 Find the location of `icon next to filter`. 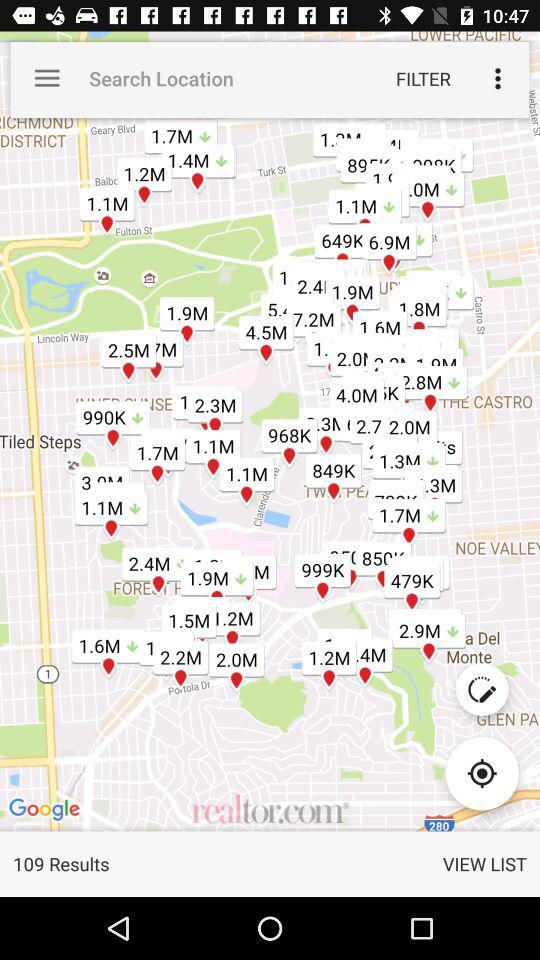

icon next to filter is located at coordinates (496, 78).